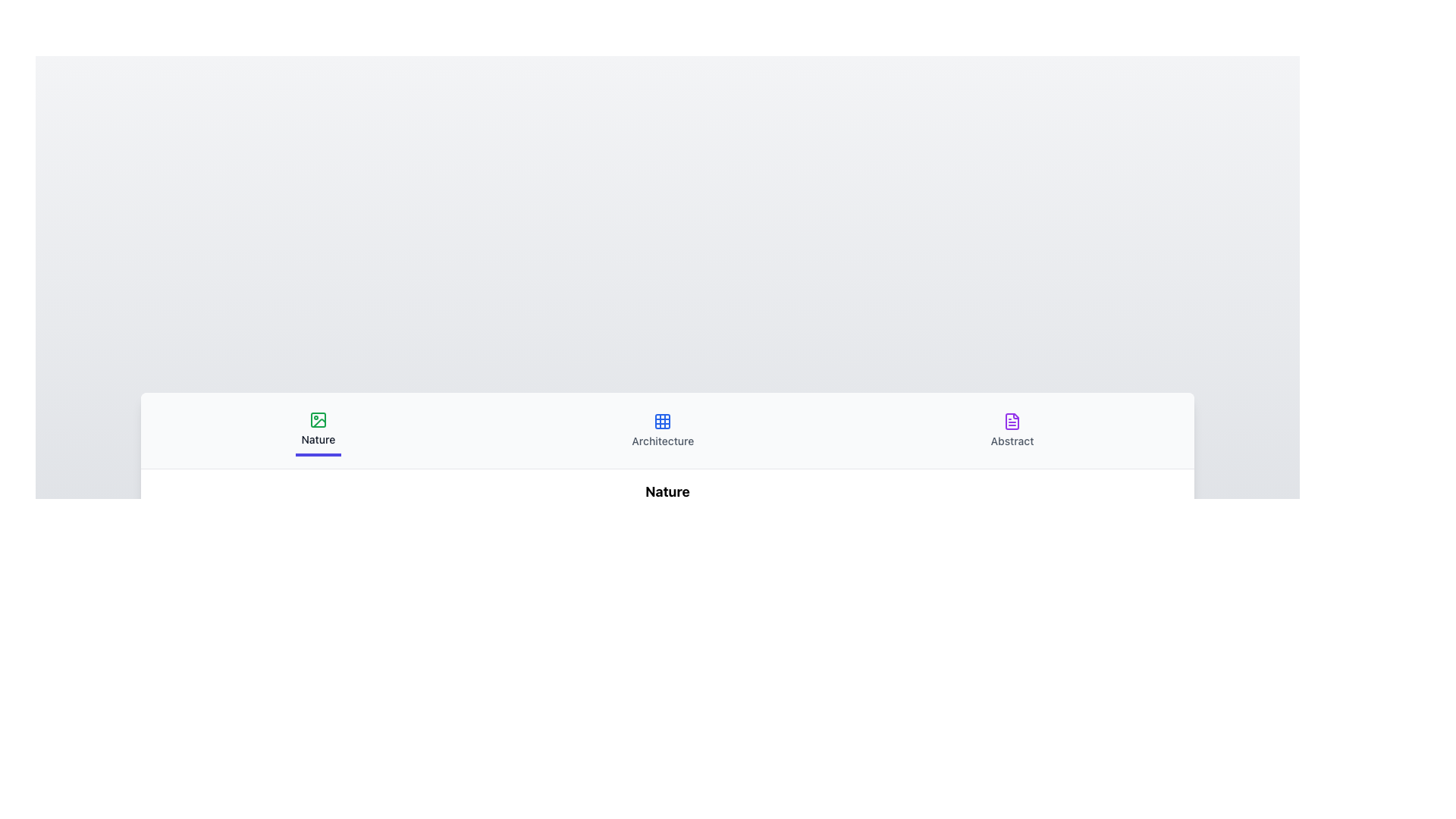  Describe the element at coordinates (663, 421) in the screenshot. I see `the icon representing the 'Architecture' category in the navigation bar` at that location.